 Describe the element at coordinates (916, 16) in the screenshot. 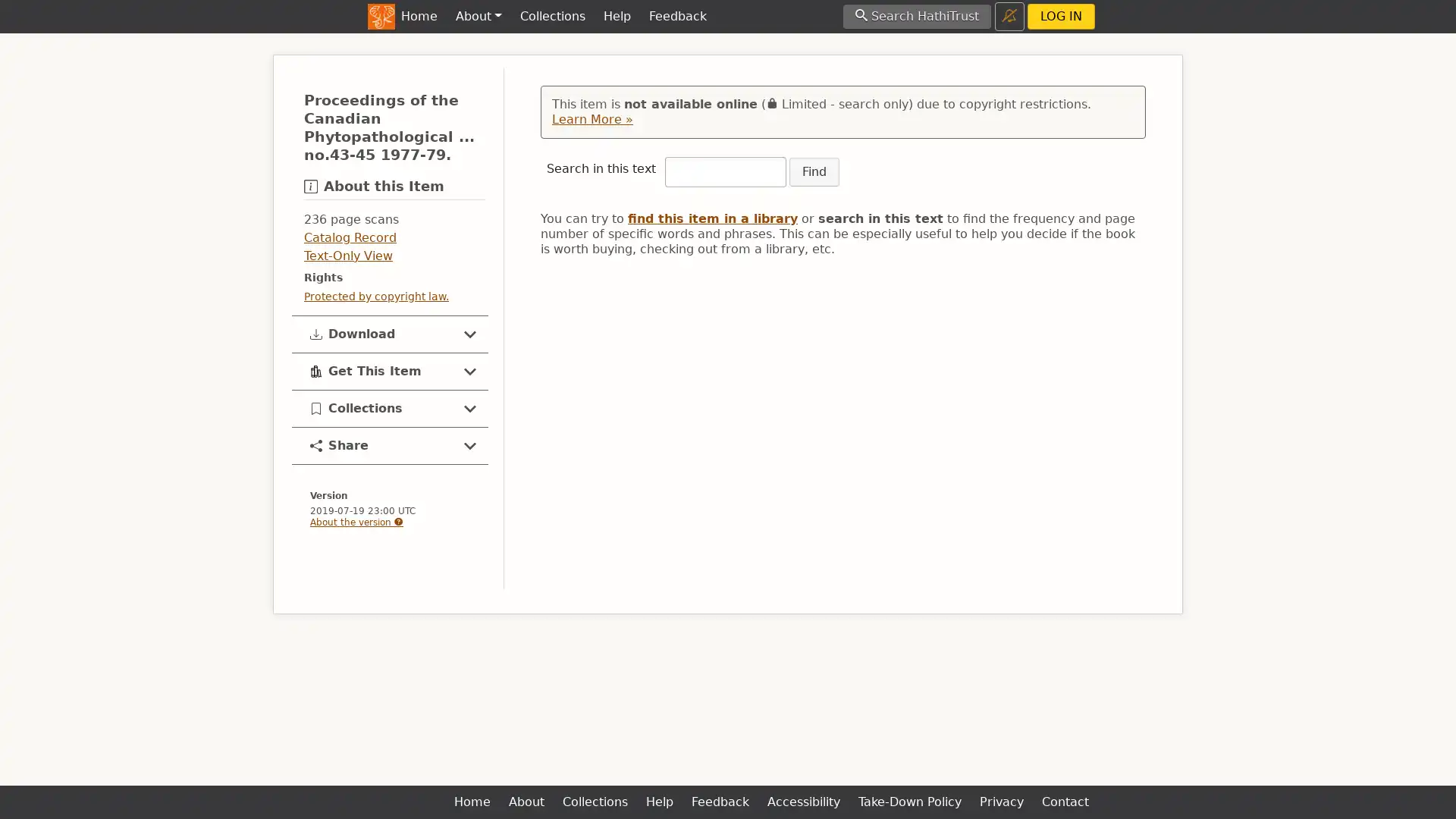

I see `Search HathiTrust` at that location.